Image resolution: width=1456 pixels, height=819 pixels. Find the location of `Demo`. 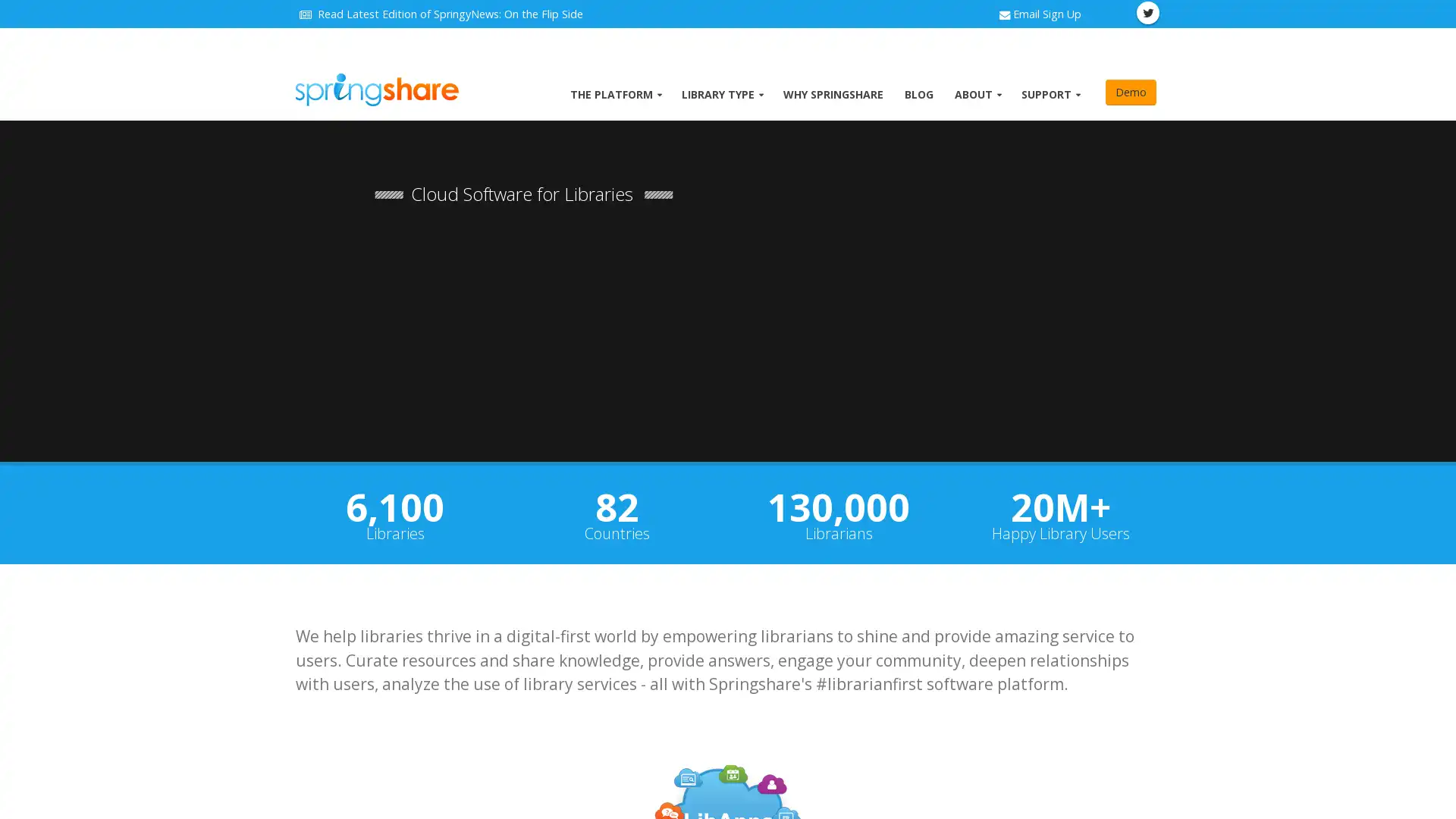

Demo is located at coordinates (1131, 93).